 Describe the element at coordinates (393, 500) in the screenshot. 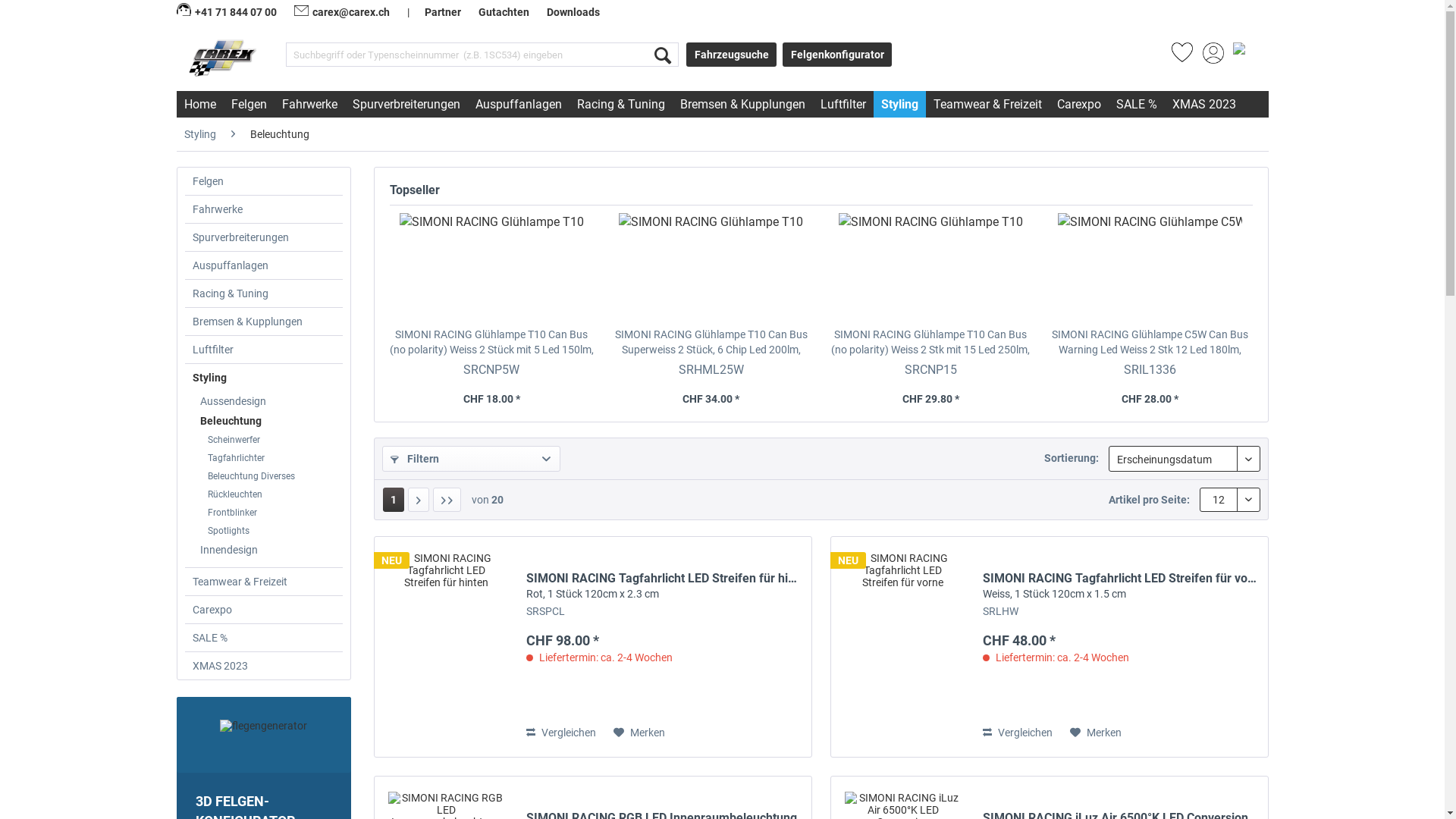

I see `'1'` at that location.